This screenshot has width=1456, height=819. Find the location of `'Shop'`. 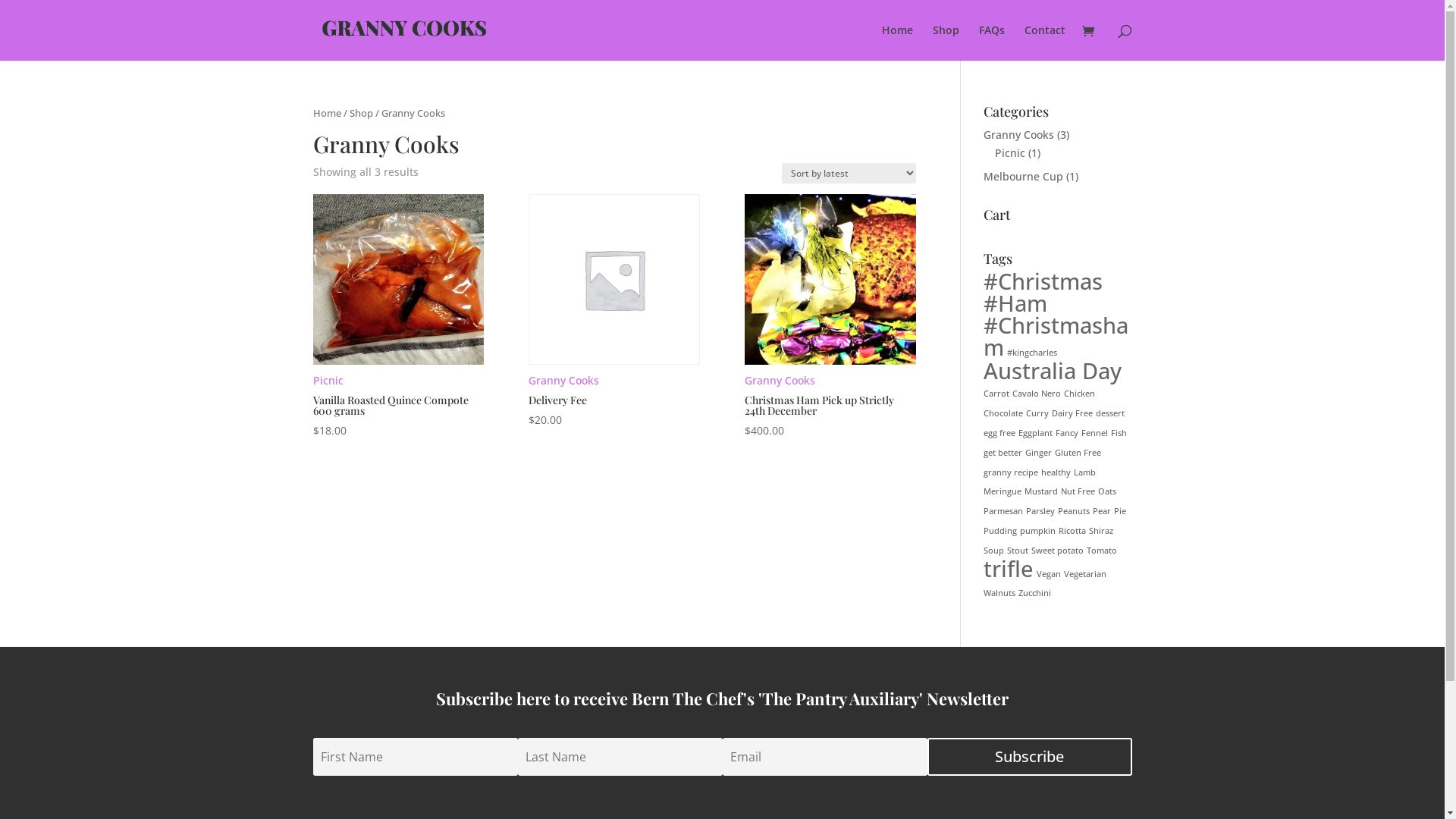

'Shop' is located at coordinates (945, 42).